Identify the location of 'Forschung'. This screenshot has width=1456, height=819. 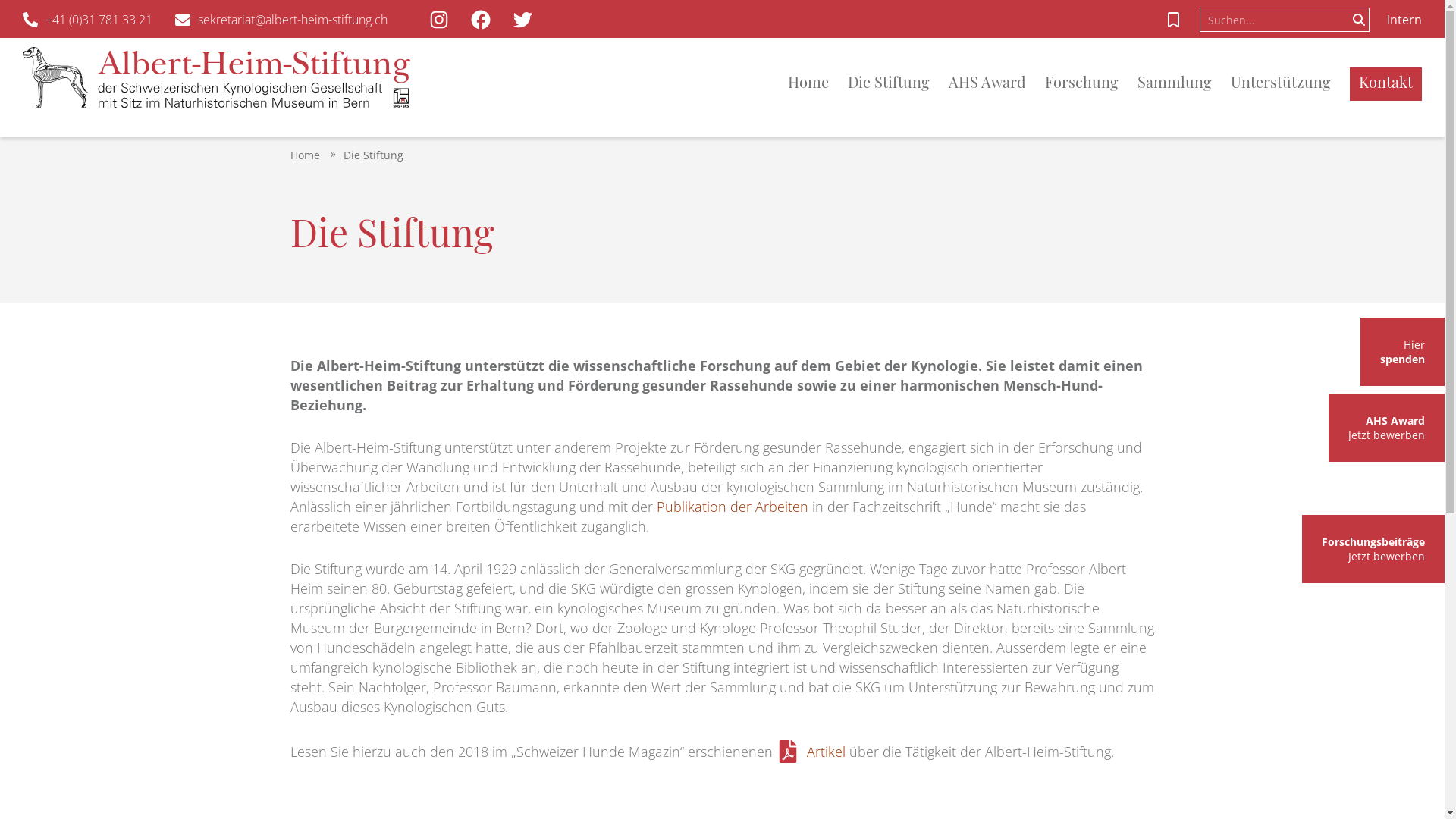
(1090, 83).